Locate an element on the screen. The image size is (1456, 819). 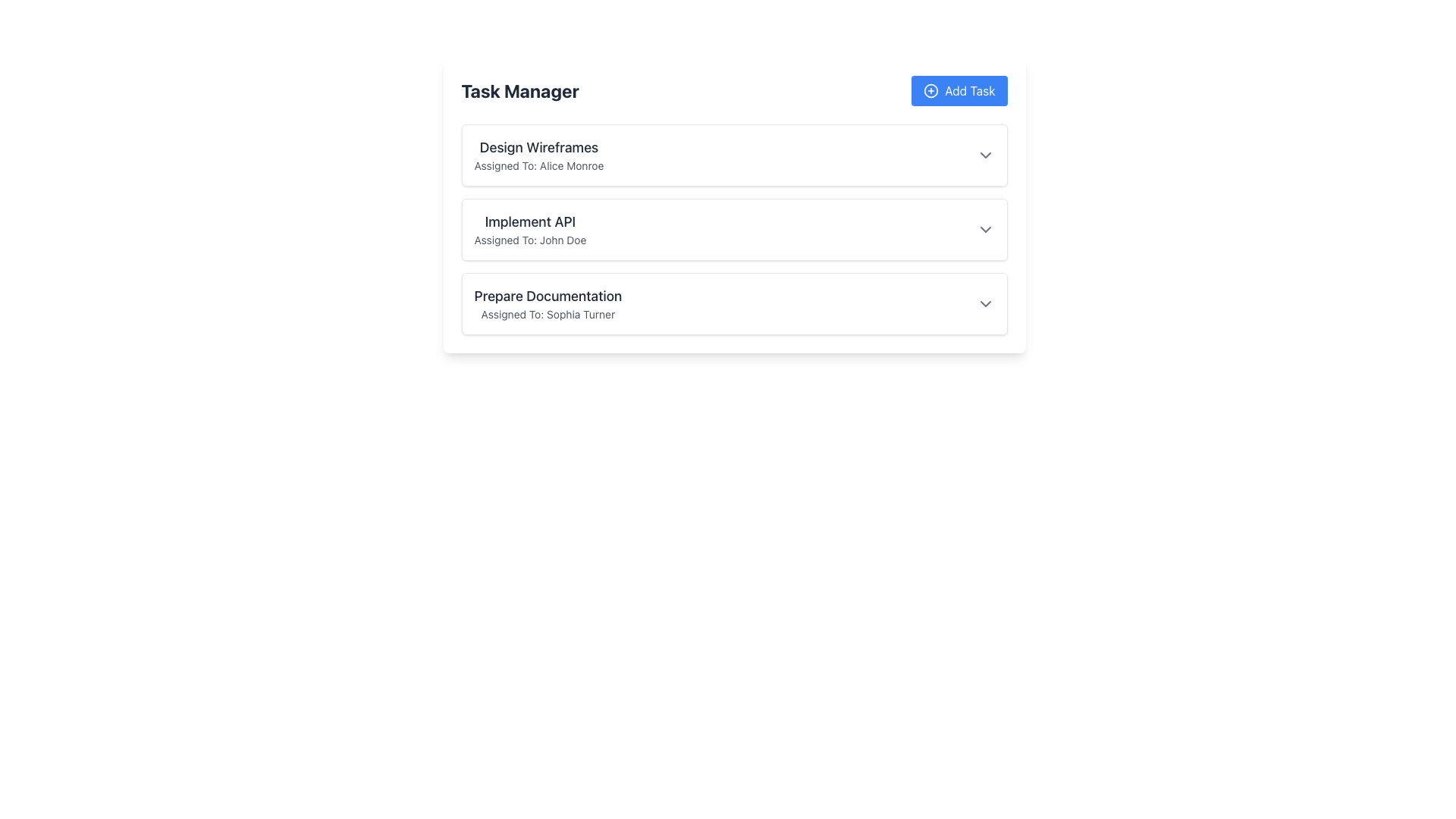
the downwards-pointing chevron icon of the Dropdown toggle button located in the 'Prepare Documentation' task card, aligned is located at coordinates (985, 304).